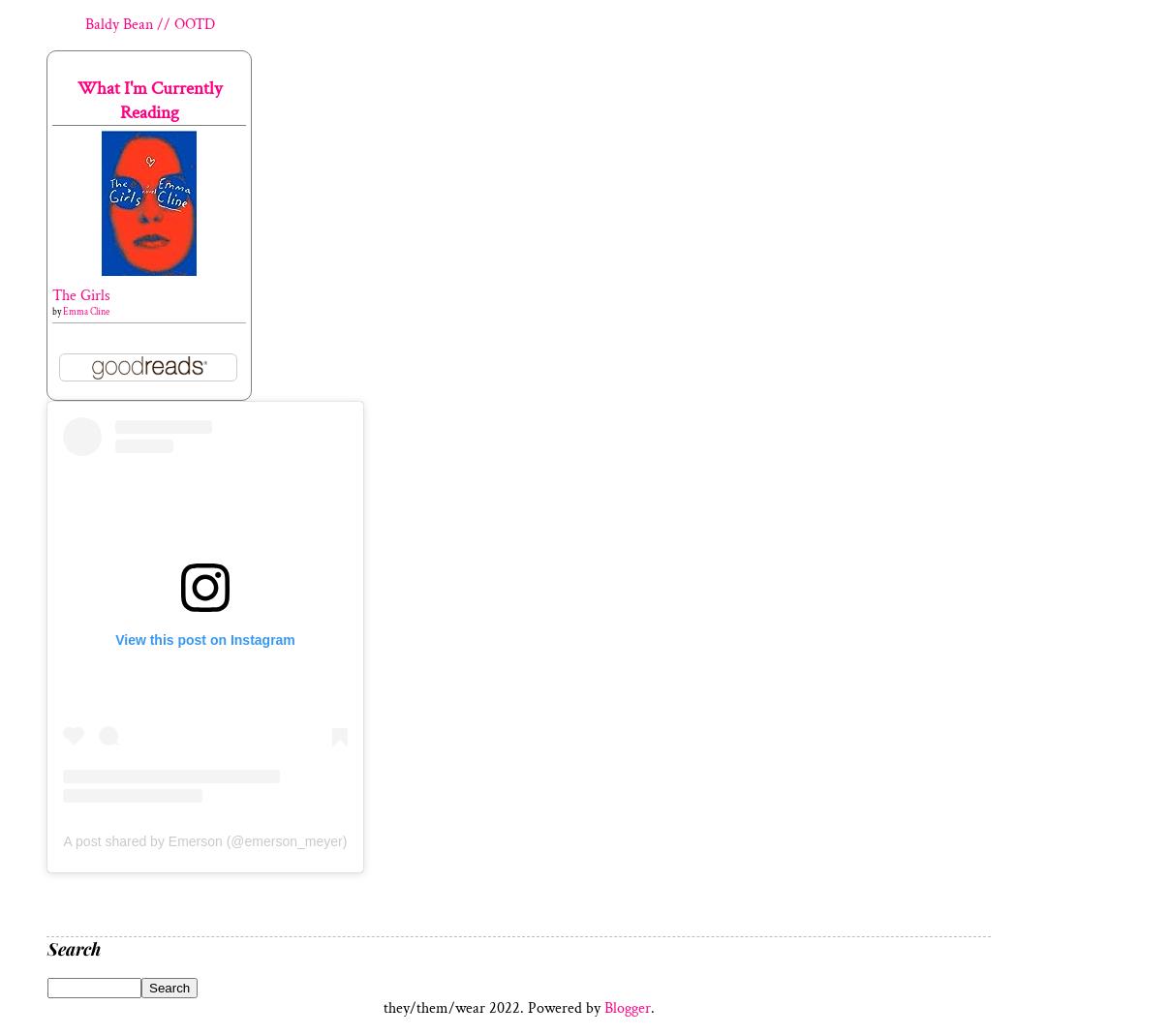  I want to click on 'by', so click(50, 311).